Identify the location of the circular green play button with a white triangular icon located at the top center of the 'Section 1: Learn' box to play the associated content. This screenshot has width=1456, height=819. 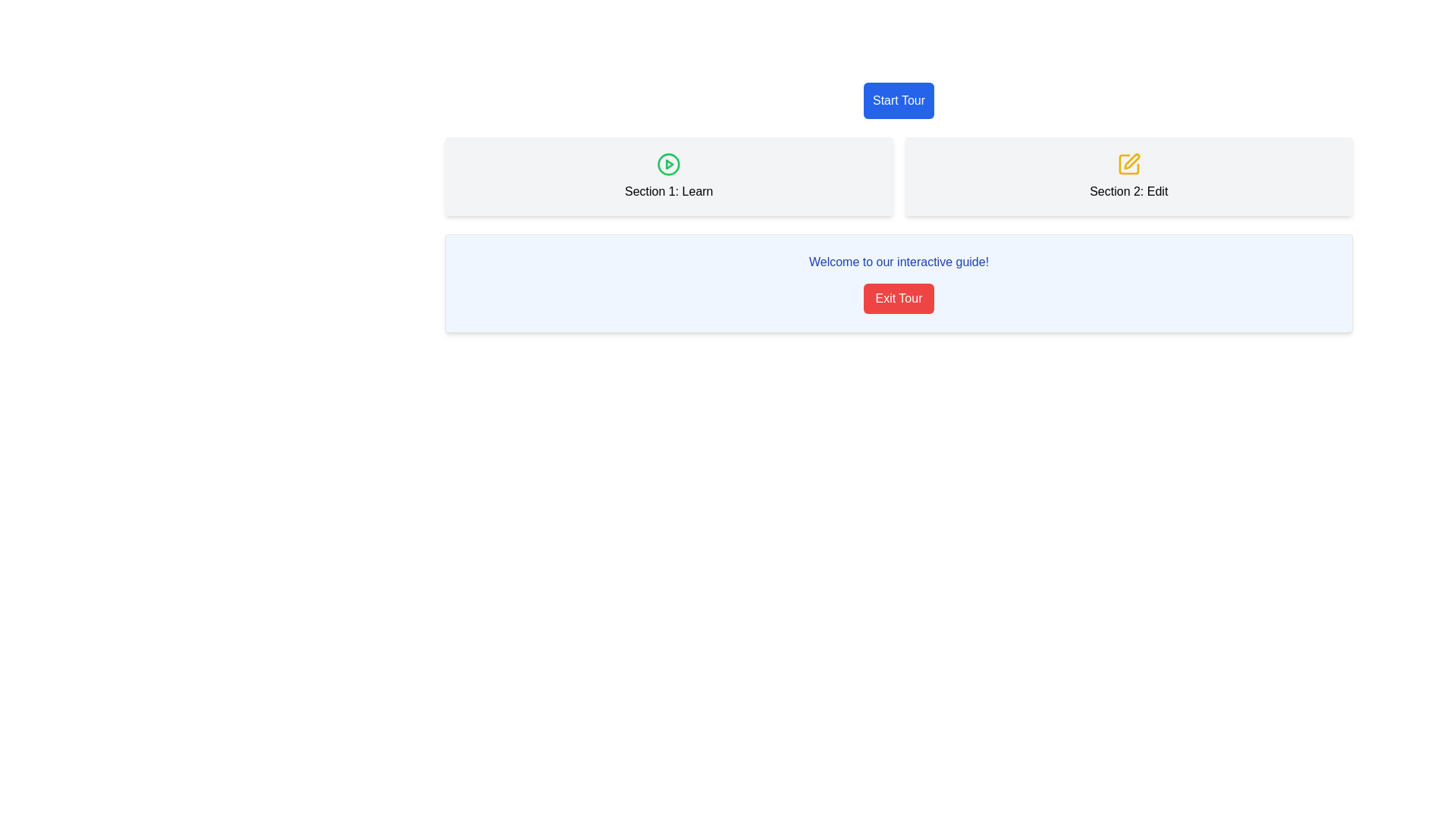
(668, 164).